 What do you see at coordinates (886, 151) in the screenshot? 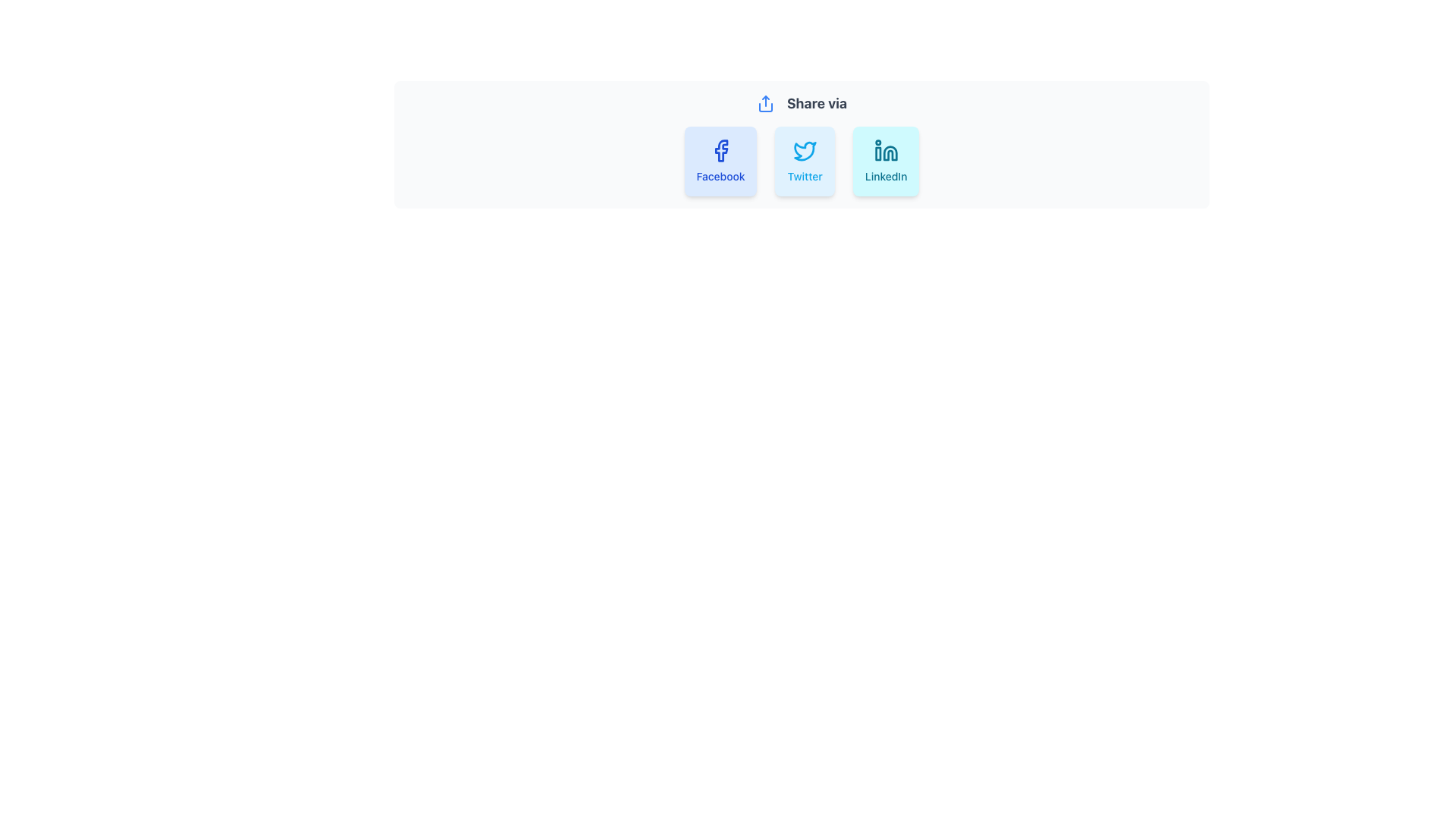
I see `the LinkedIn sharing icon located at the top center of the LinkedIn share button group, which is the third item in the horizontal list of social media share buttons` at bounding box center [886, 151].